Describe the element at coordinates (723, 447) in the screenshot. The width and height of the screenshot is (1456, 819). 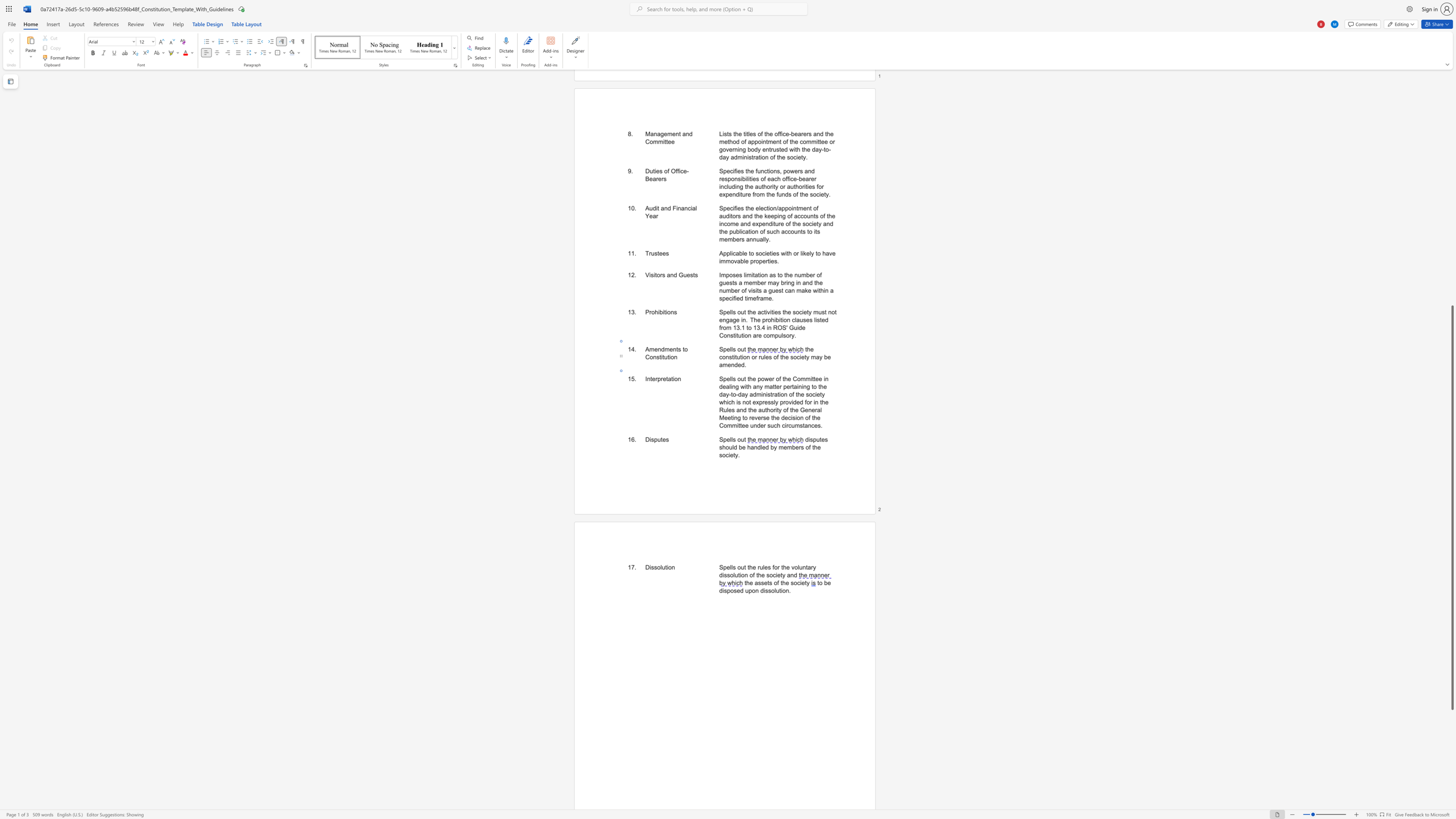
I see `the 1th character "h" in the text` at that location.